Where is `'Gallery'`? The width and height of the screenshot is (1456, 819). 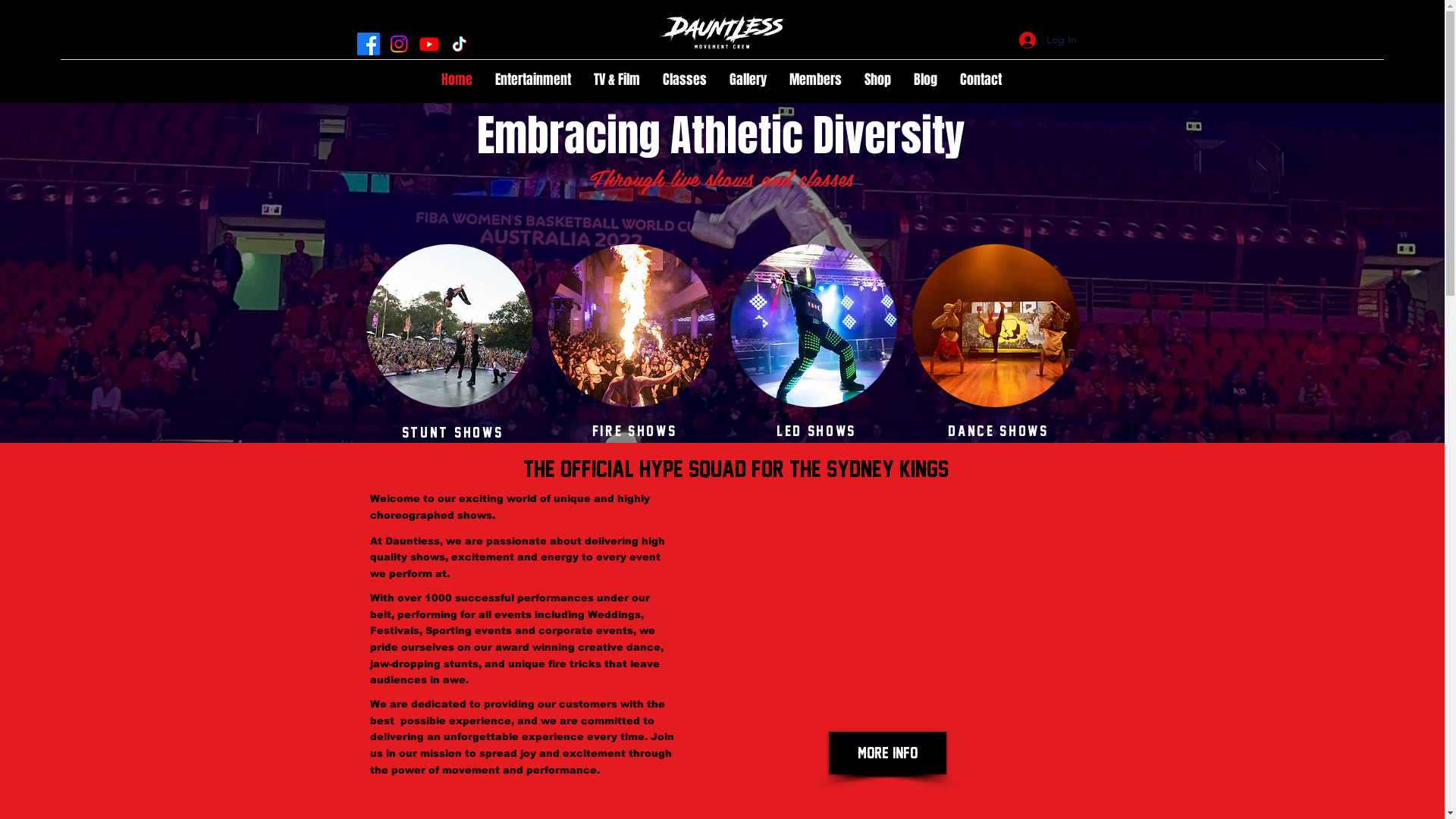 'Gallery' is located at coordinates (748, 80).